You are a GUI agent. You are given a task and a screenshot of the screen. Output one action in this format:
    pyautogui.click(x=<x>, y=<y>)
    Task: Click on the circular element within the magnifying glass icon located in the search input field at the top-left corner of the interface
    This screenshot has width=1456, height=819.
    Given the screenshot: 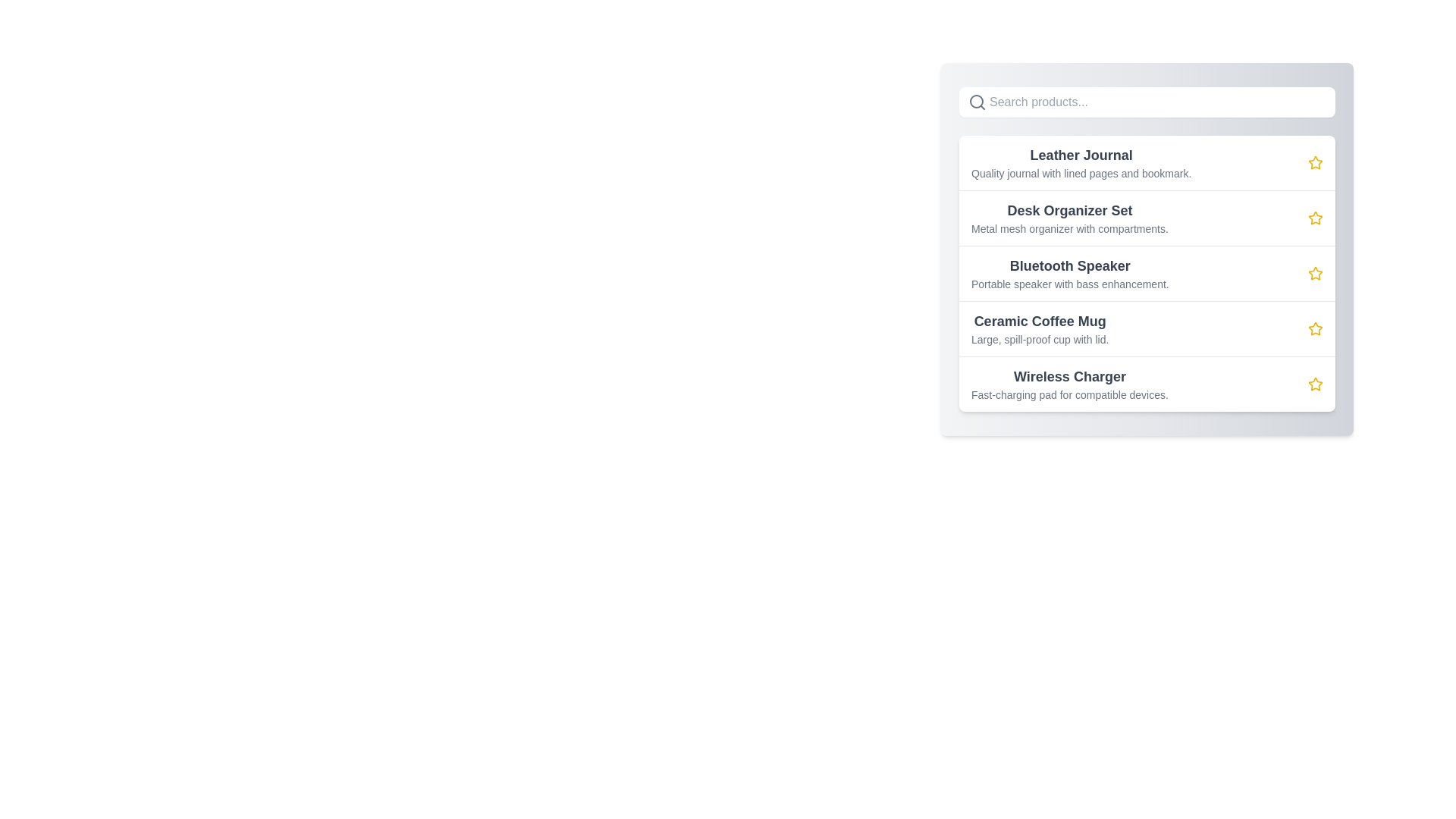 What is the action you would take?
    pyautogui.click(x=976, y=102)
    